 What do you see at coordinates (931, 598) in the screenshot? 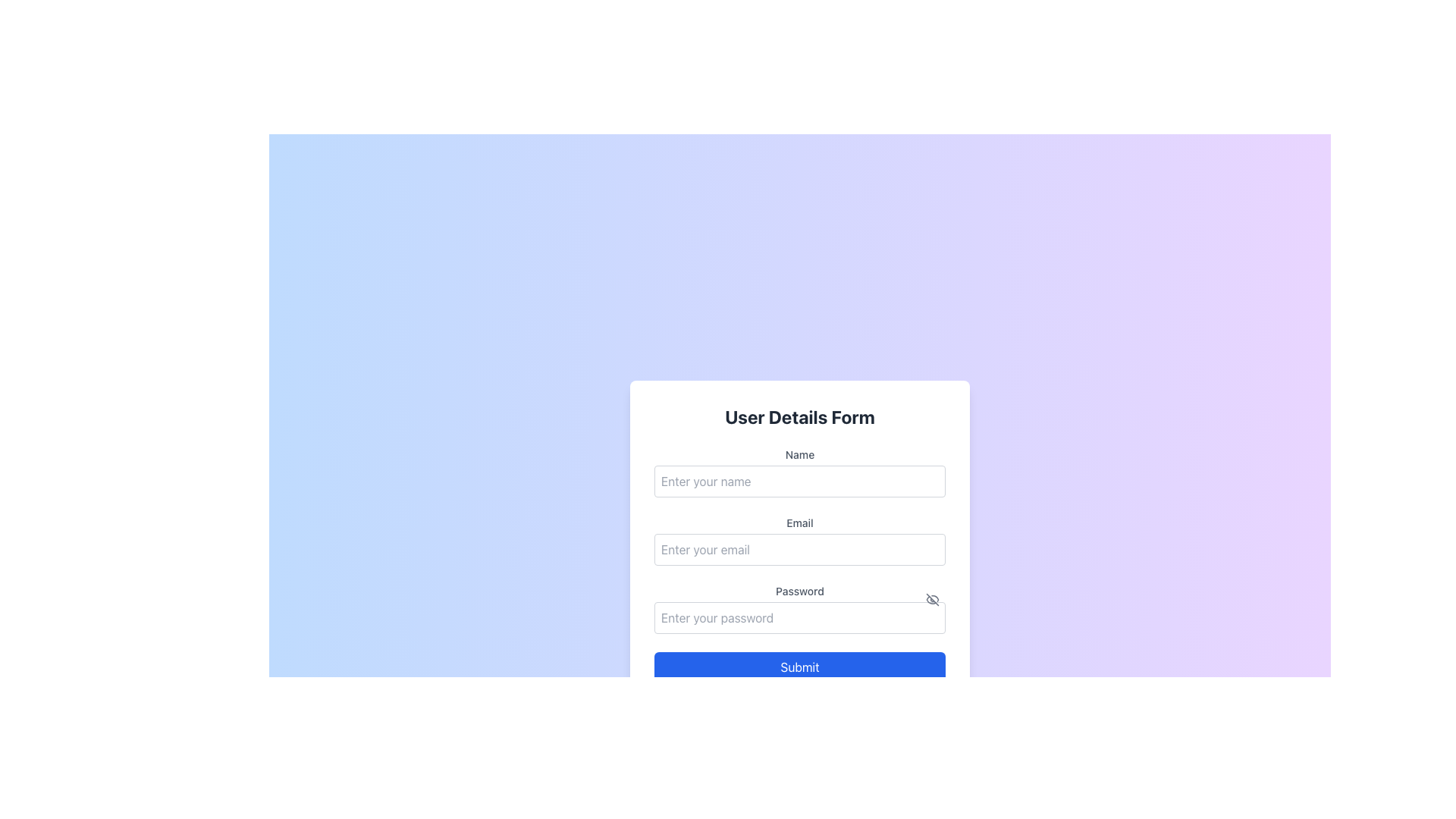
I see `the toggle visibility button located on the right side of the password input field` at bounding box center [931, 598].